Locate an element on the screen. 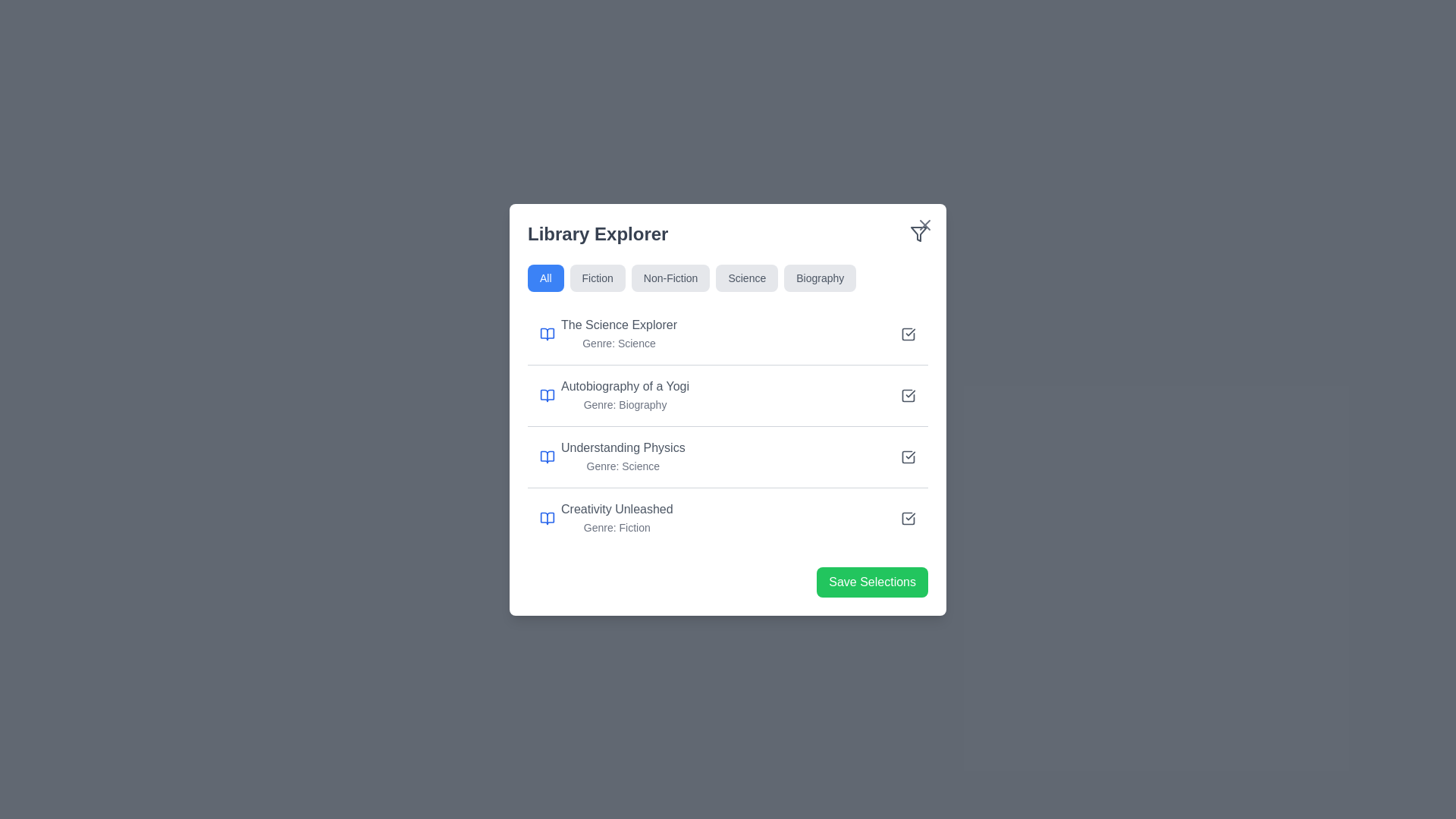 Image resolution: width=1456 pixels, height=819 pixels. the text block displaying 'Creativity Unleashed' and 'Genre: Fiction' in the 'Library Explorer' section, which is the fourth item in a vertical list is located at coordinates (617, 517).